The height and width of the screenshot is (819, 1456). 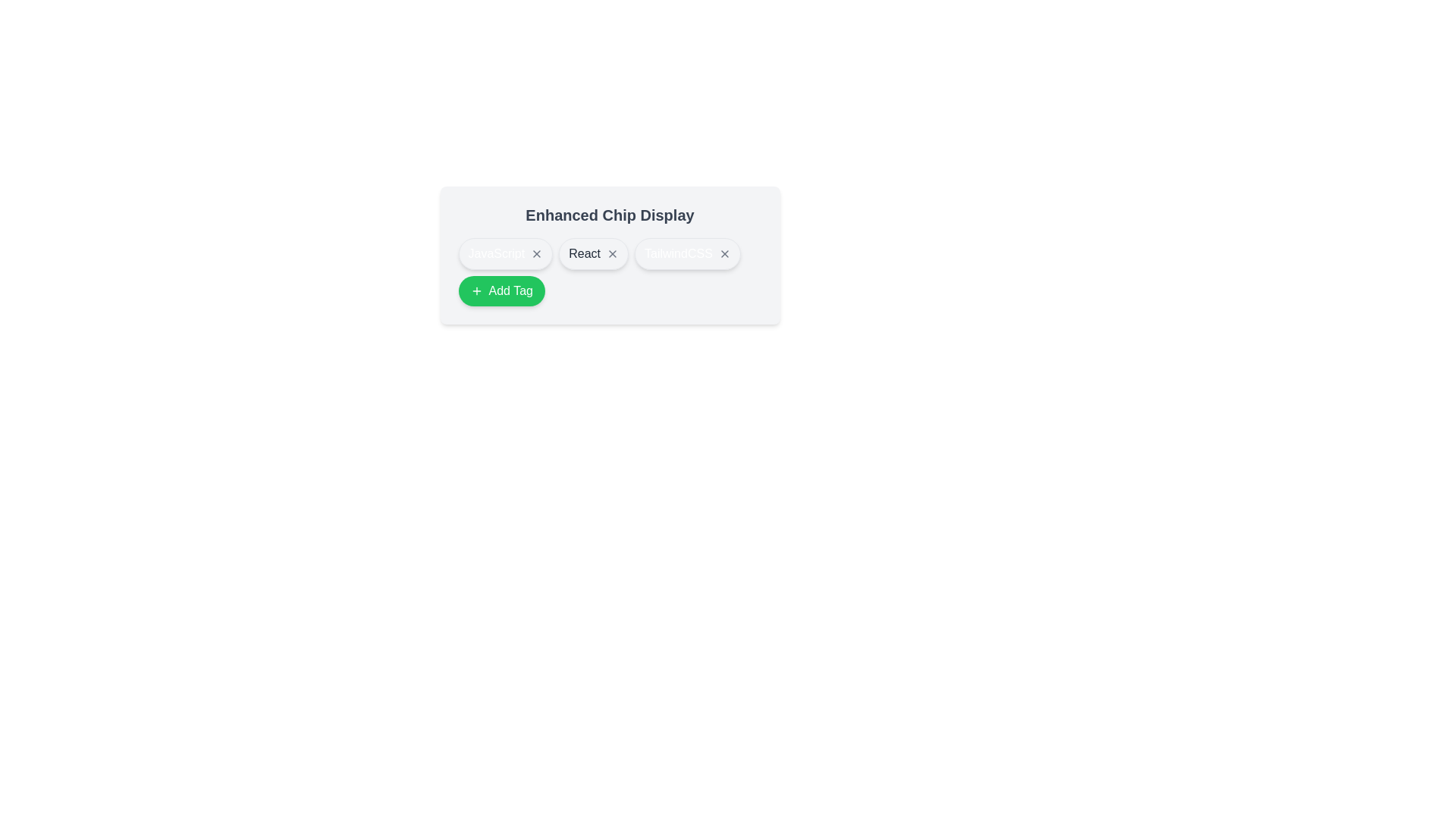 What do you see at coordinates (593, 253) in the screenshot?
I see `the tag React` at bounding box center [593, 253].